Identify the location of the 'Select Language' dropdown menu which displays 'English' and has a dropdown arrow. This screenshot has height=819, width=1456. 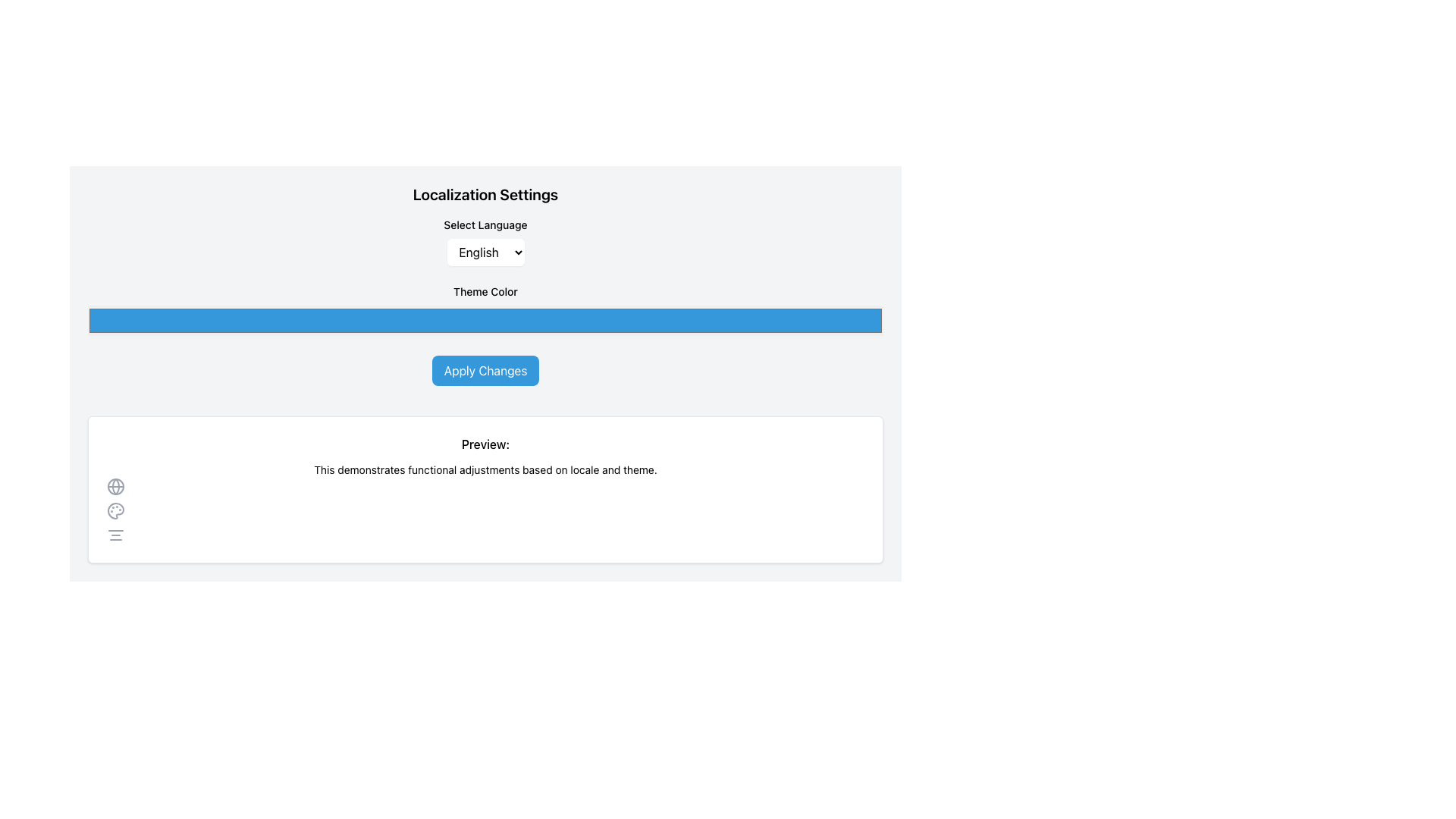
(485, 241).